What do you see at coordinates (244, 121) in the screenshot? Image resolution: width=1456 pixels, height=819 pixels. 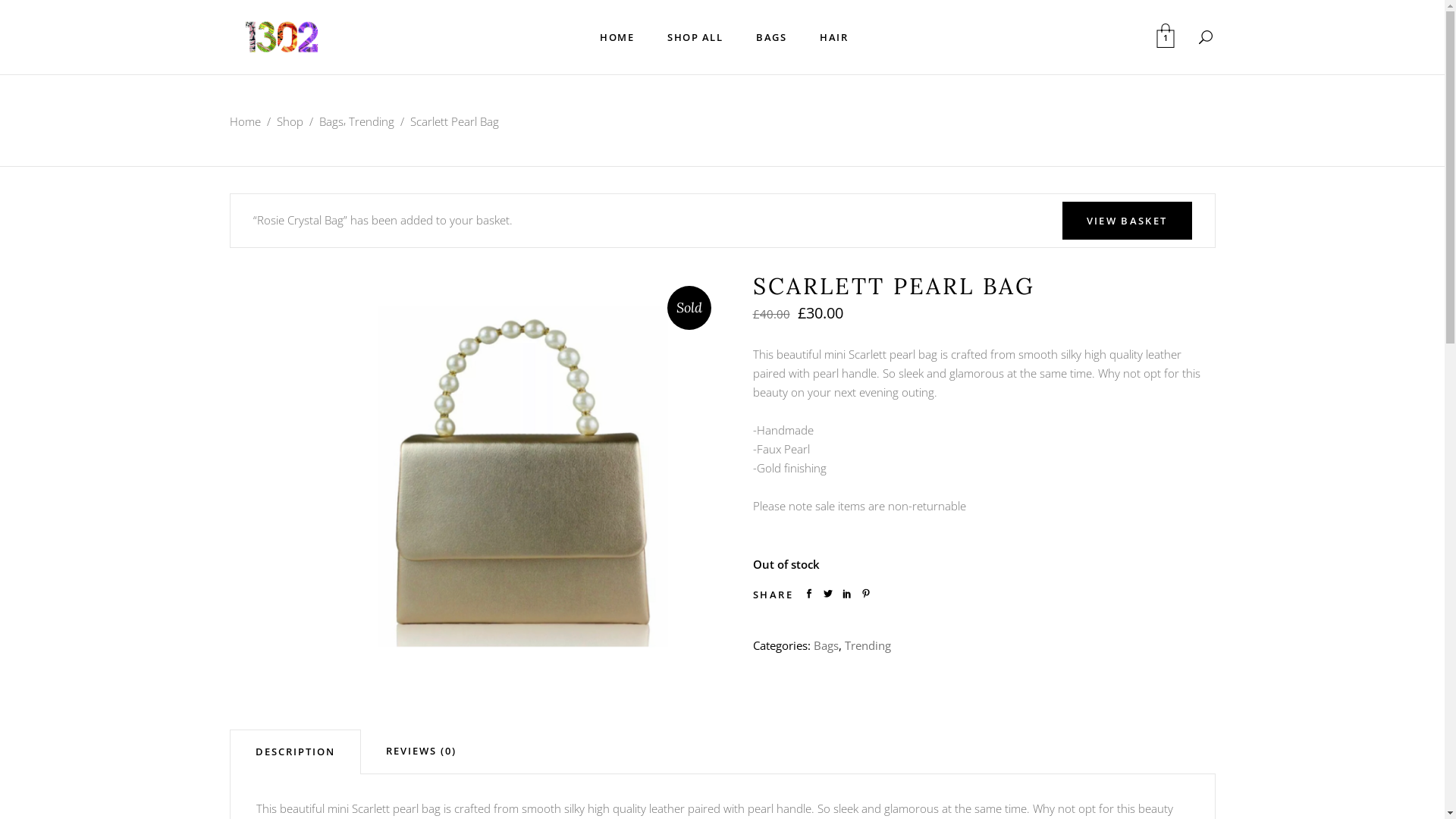 I see `'Home'` at bounding box center [244, 121].